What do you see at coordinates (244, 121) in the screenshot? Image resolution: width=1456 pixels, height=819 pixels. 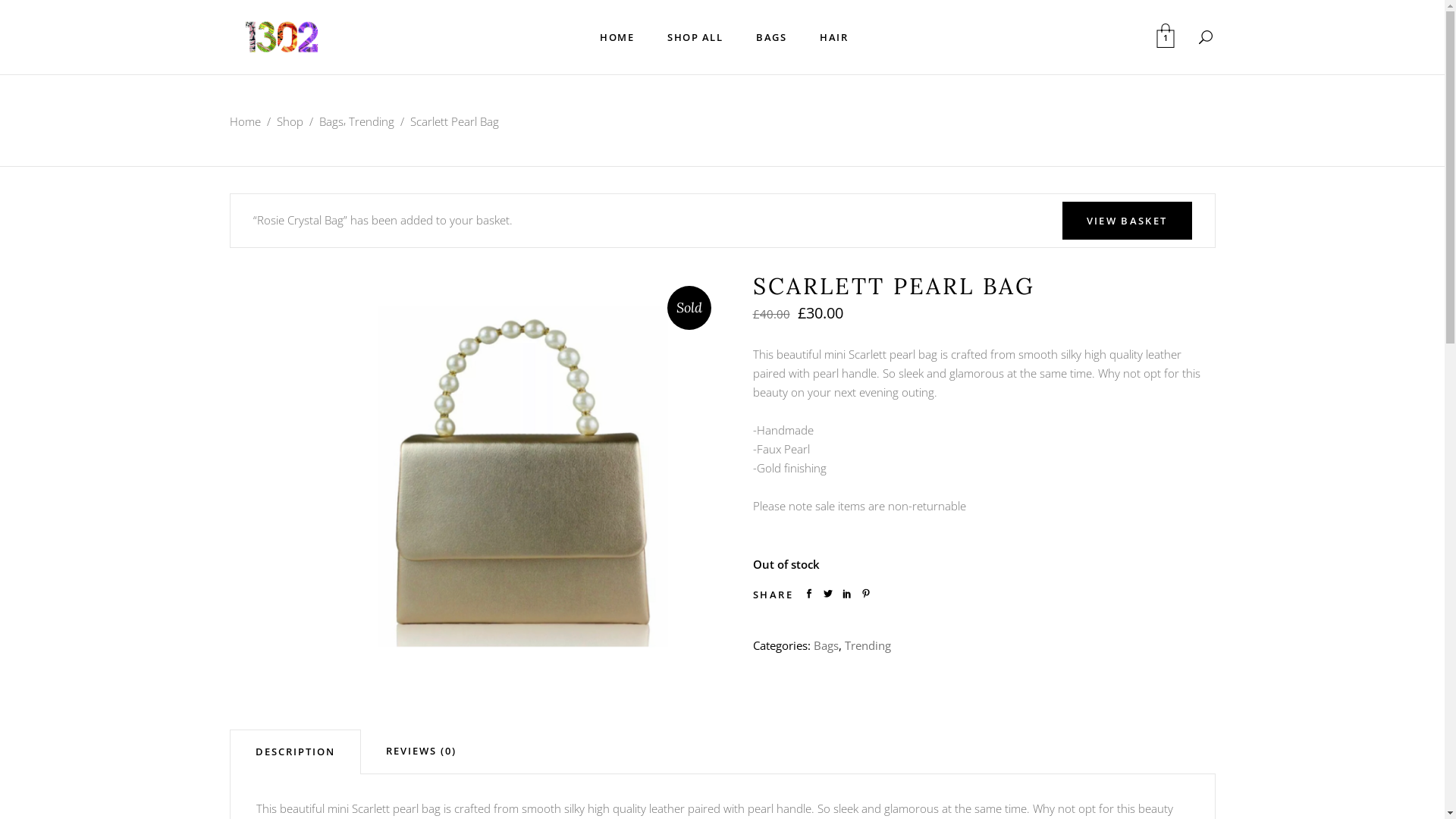 I see `'Home'` at bounding box center [244, 121].